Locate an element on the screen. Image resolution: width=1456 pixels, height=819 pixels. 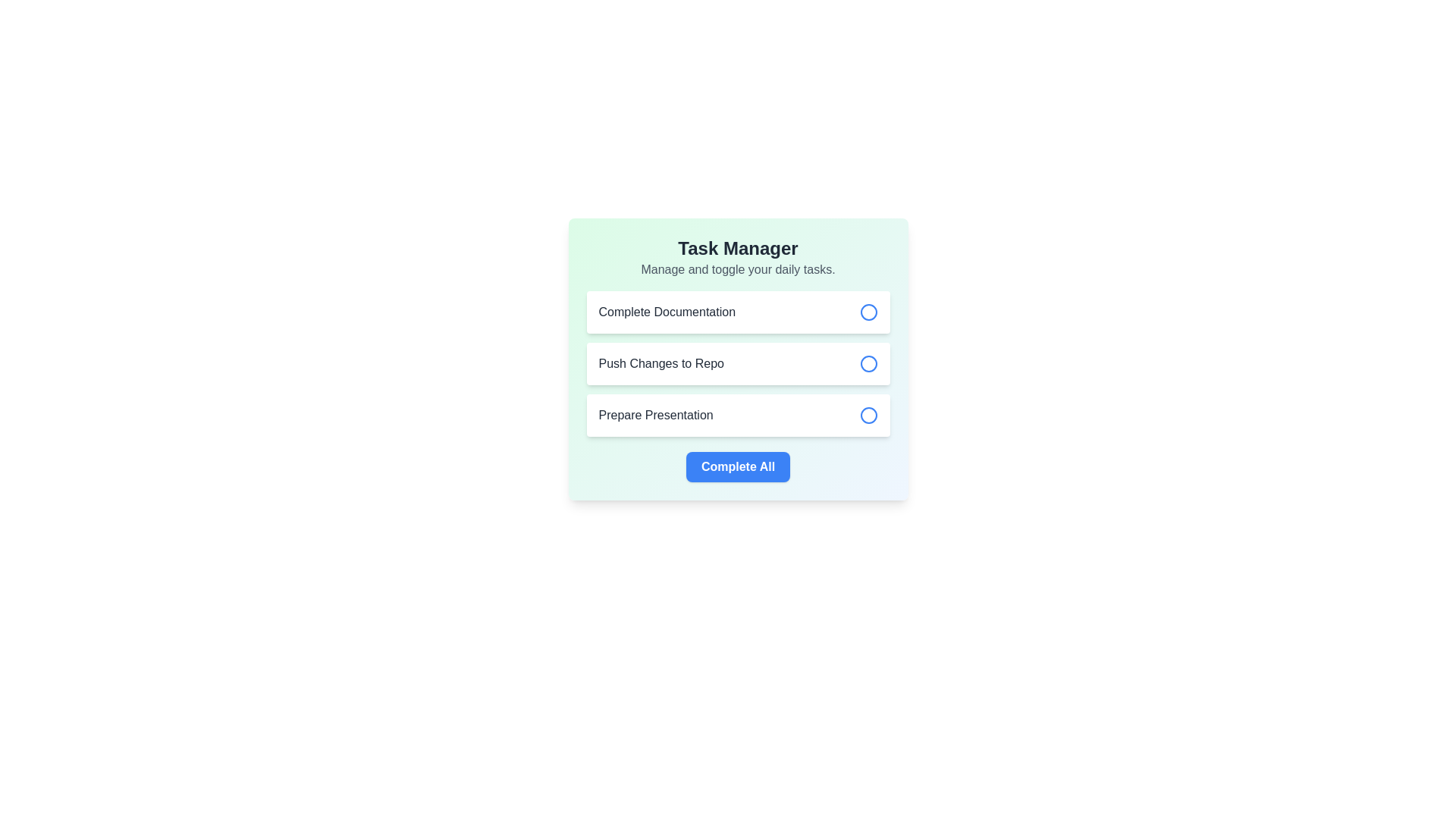
the circular interactive checkbox next to the task 'Push Changes to Repo' to mark it as done is located at coordinates (738, 363).